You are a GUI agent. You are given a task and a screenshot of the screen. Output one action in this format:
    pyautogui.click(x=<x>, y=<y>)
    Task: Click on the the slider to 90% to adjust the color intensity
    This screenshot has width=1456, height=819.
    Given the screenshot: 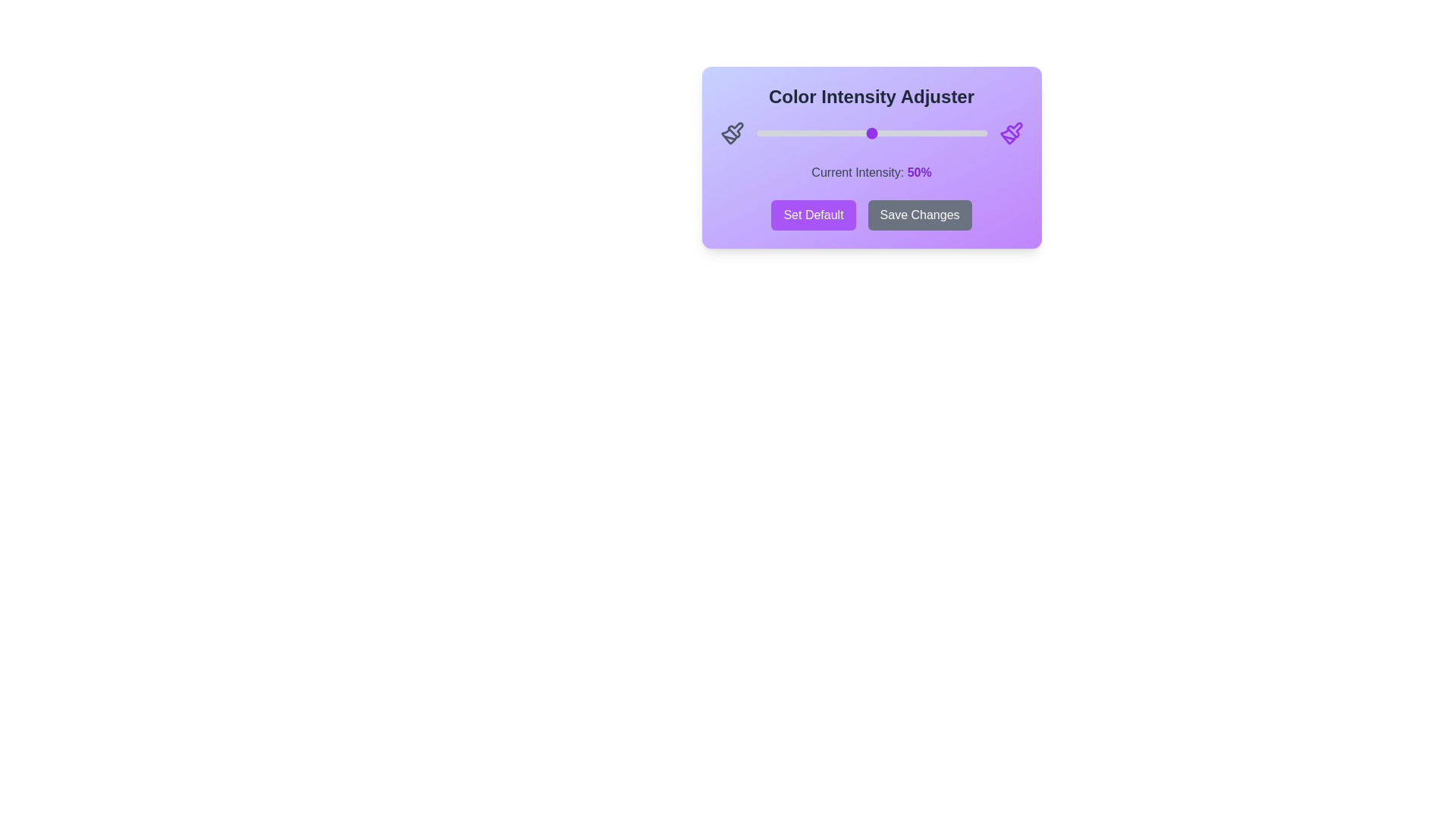 What is the action you would take?
    pyautogui.click(x=963, y=133)
    